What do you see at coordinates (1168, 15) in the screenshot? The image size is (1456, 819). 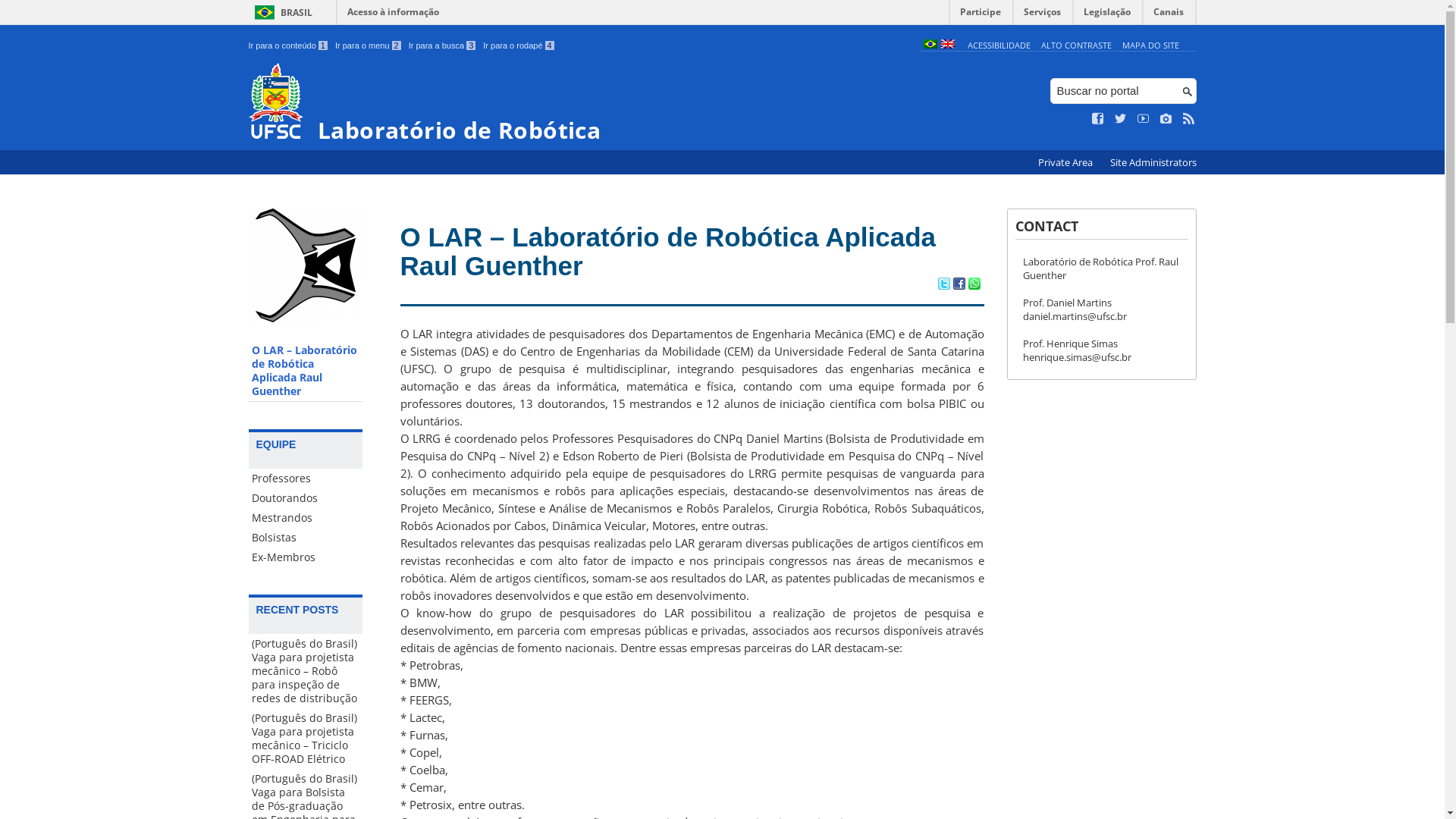 I see `'Canais'` at bounding box center [1168, 15].